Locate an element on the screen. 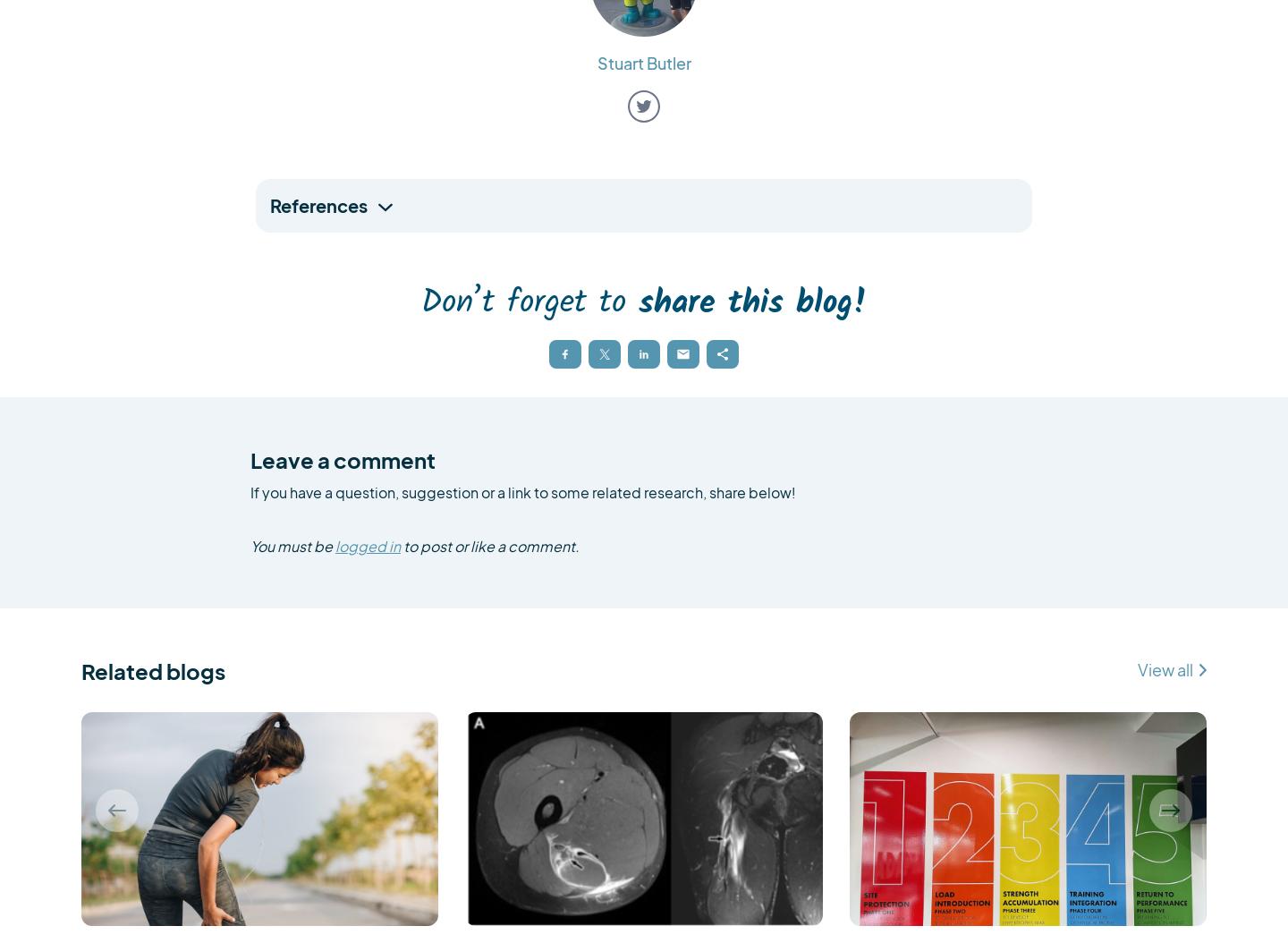 Image resolution: width=1288 pixels, height=943 pixels. 'View all' is located at coordinates (1165, 669).